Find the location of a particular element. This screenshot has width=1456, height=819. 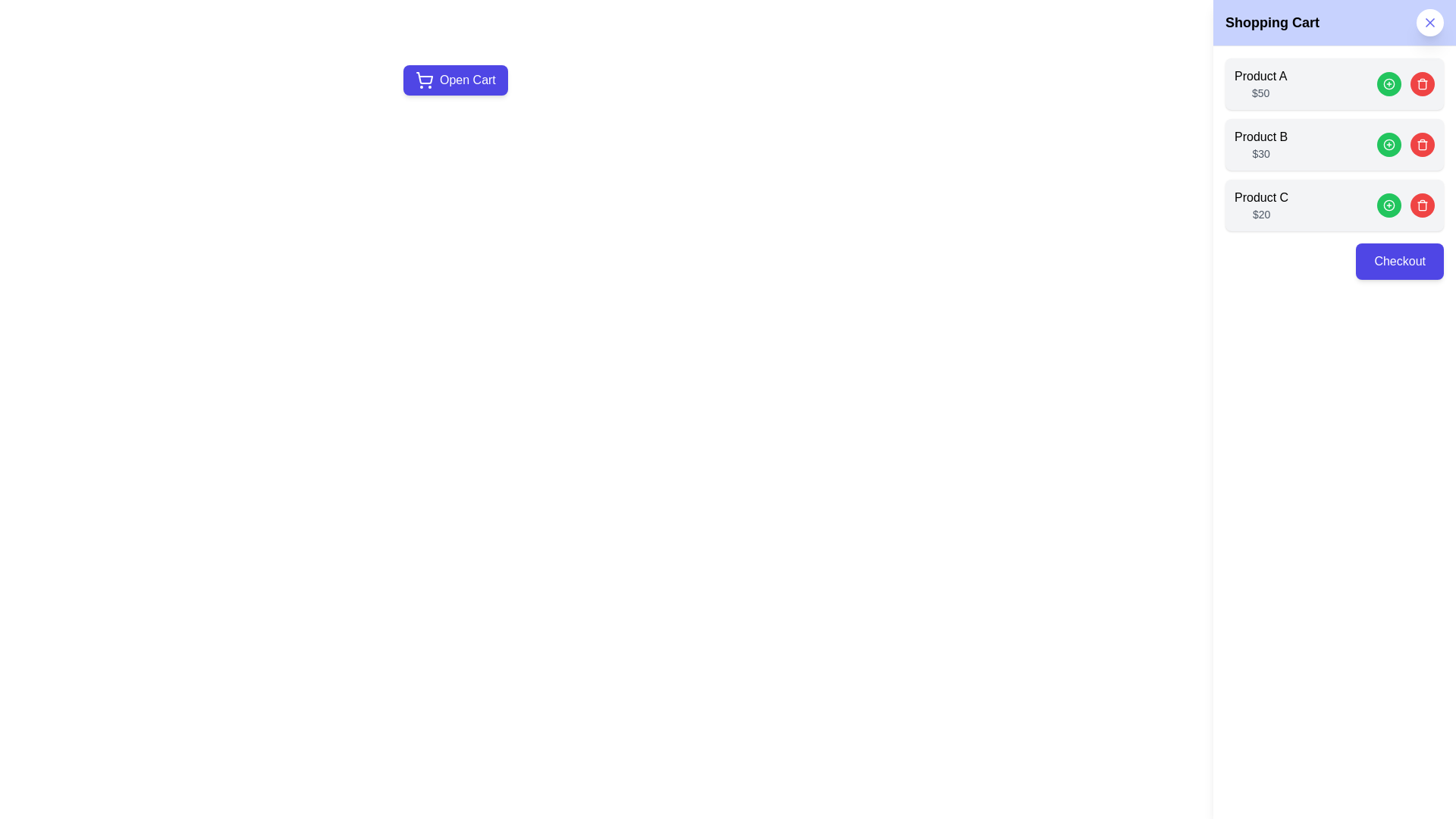

the red 'Trash' button for the product identified by its name Product A is located at coordinates (1422, 84).